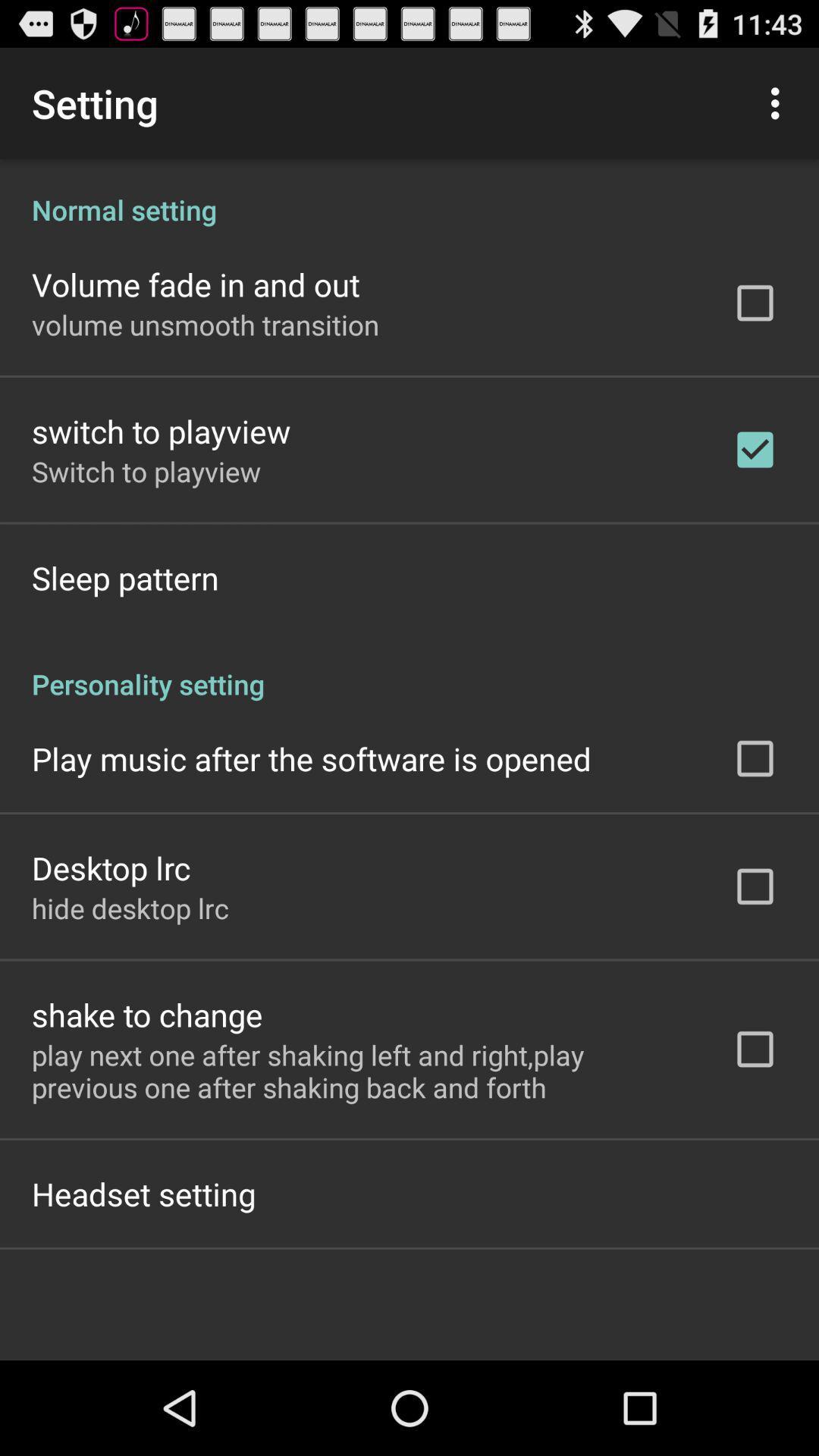 This screenshot has height=1456, width=819. Describe the element at coordinates (779, 102) in the screenshot. I see `icon above the normal setting` at that location.